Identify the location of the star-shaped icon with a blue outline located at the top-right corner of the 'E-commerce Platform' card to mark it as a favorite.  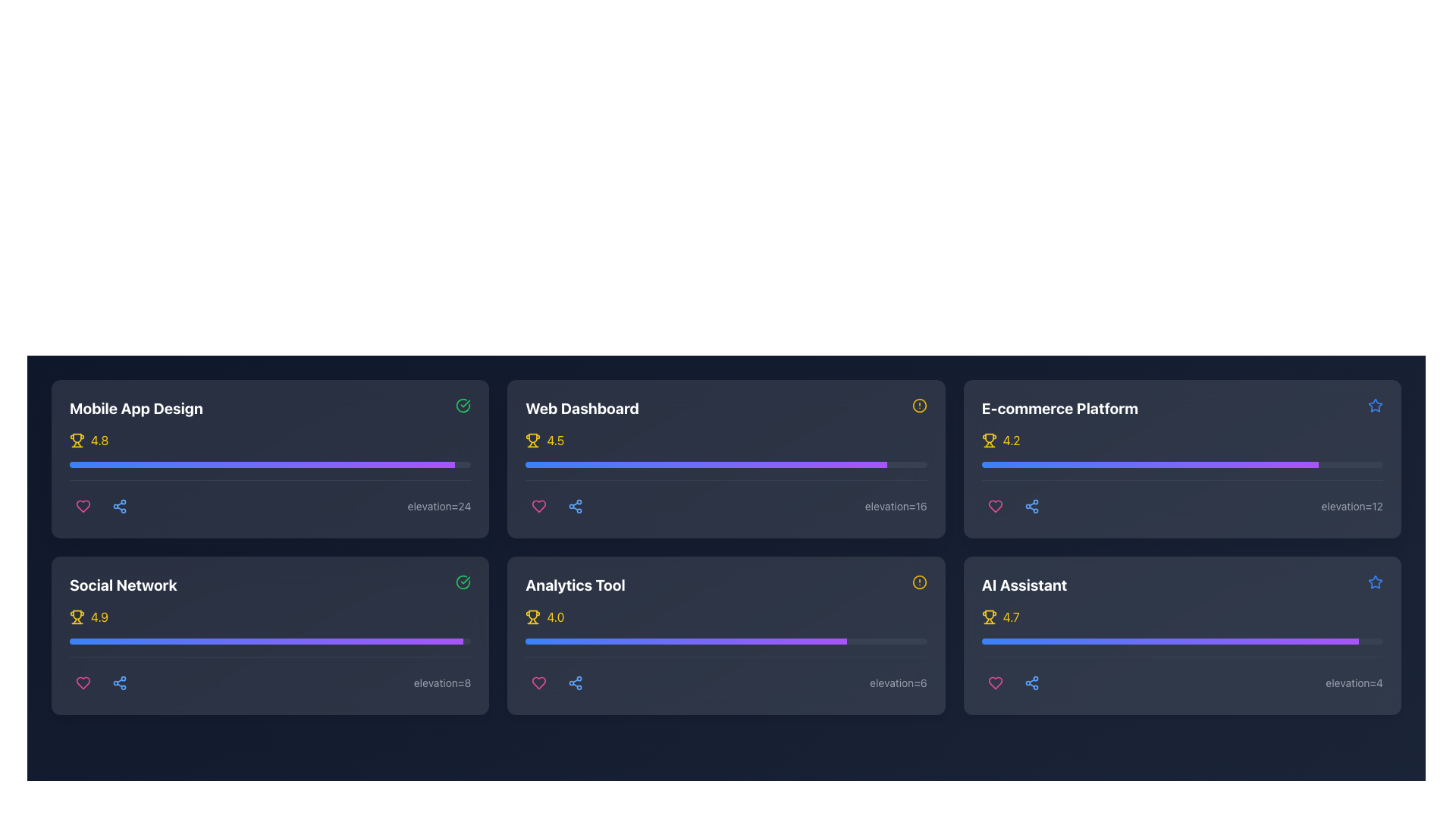
(1376, 405).